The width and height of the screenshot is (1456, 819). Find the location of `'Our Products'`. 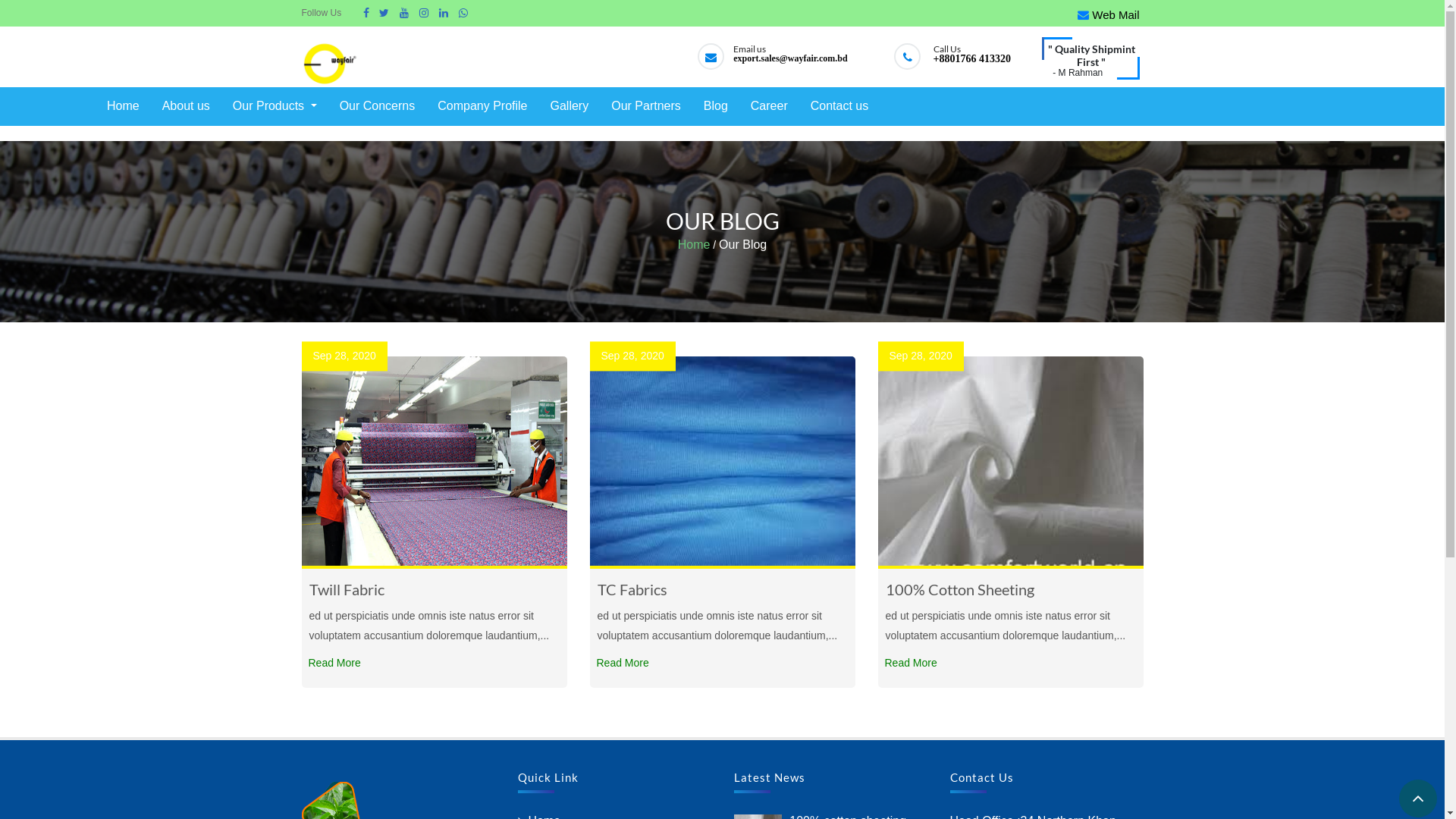

'Our Products' is located at coordinates (275, 105).